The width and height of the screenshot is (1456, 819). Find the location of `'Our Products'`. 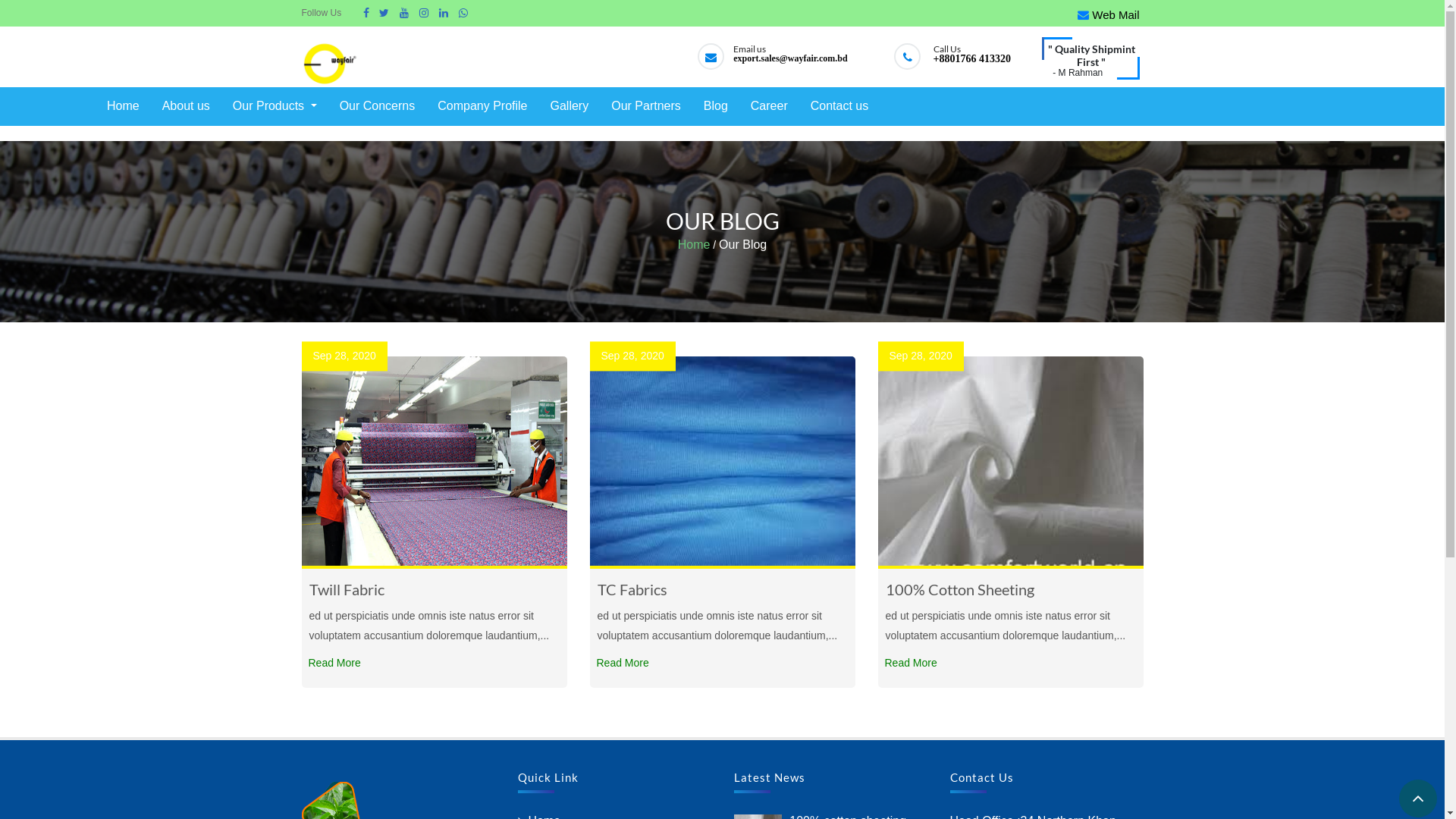

'Our Products' is located at coordinates (275, 105).